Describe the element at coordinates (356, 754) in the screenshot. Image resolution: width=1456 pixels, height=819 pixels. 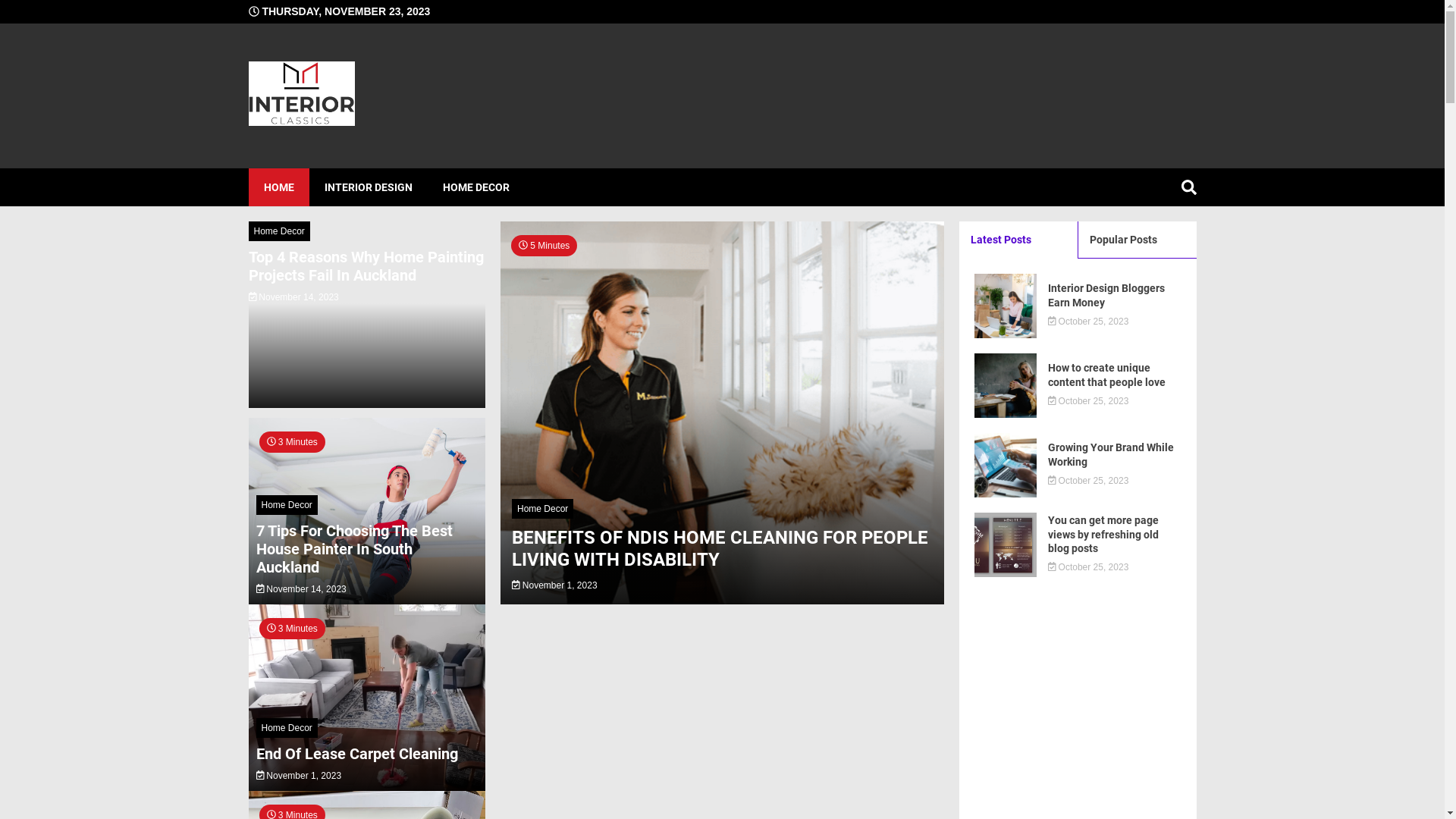
I see `'End Of Lease Carpet Cleaning'` at that location.